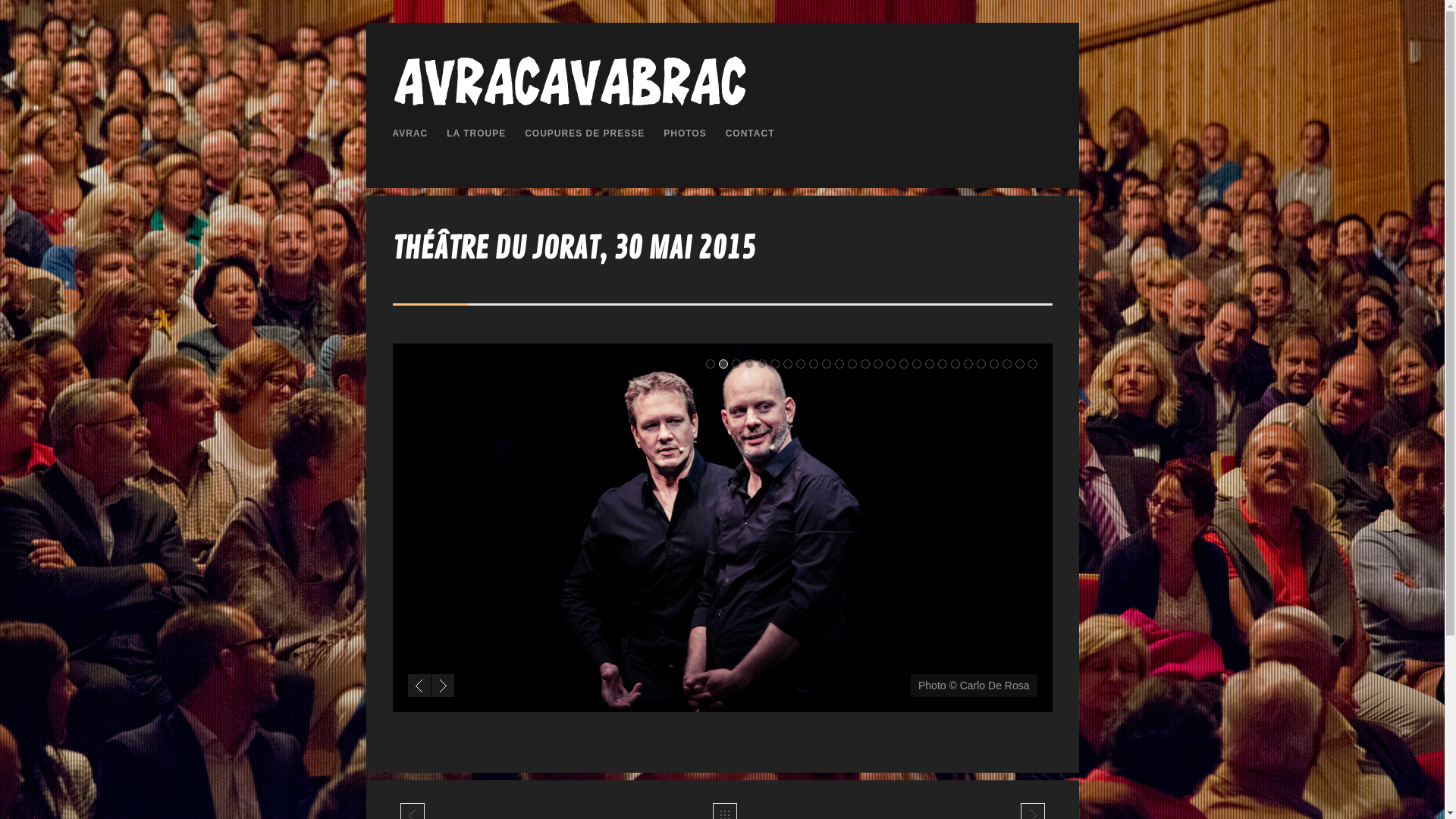 The height and width of the screenshot is (819, 1456). What do you see at coordinates (962, 363) in the screenshot?
I see `'21'` at bounding box center [962, 363].